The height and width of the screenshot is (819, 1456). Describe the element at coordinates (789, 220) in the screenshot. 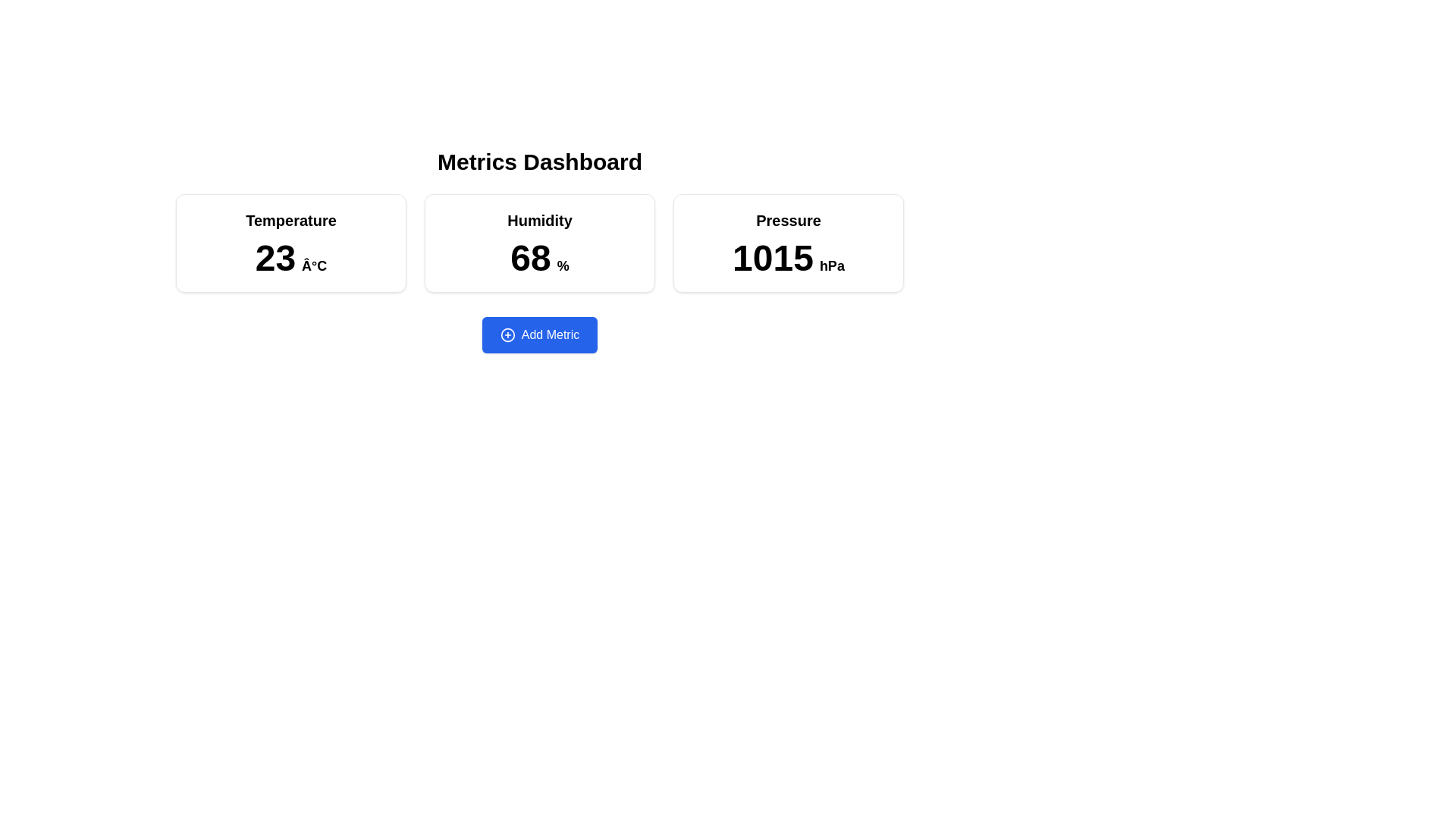

I see `the 'Pressure' text label, which is styled in bold and large font, located in the top-right of a three-item grid, above the numerical value '1015 hPa'` at that location.